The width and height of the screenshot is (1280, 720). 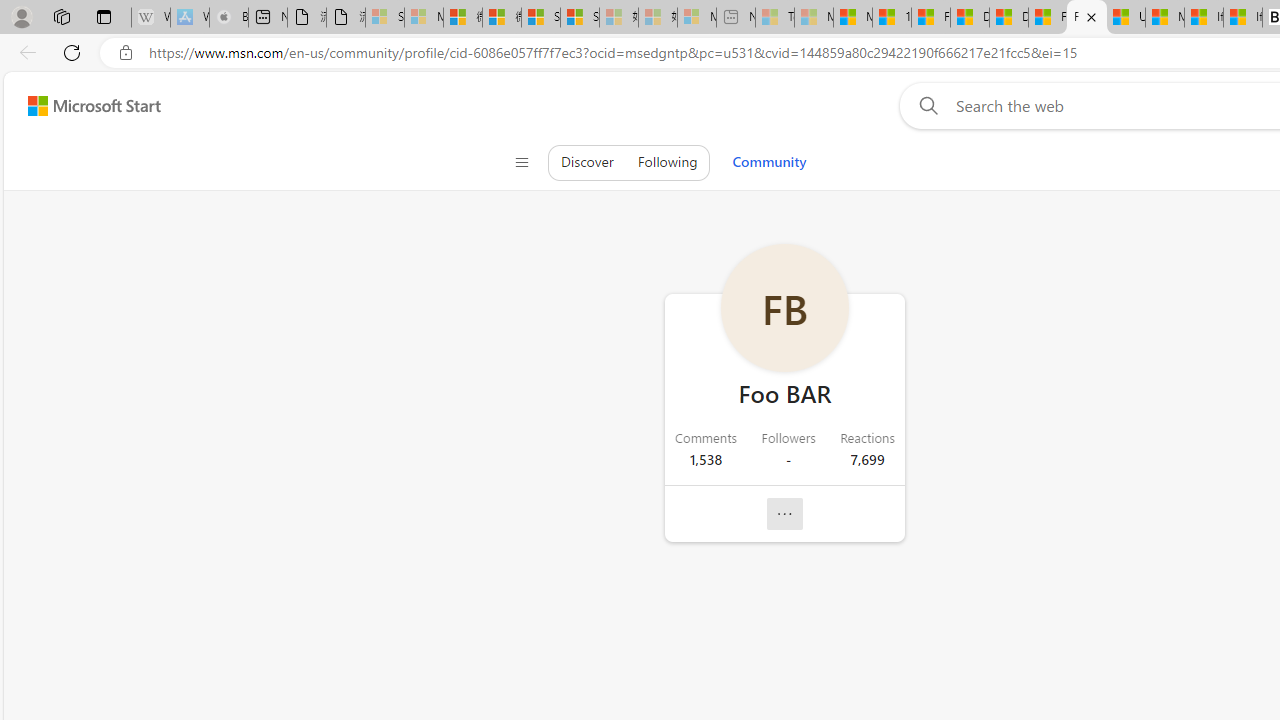 I want to click on 'Class: cwt-icon-vector', so click(x=784, y=513).